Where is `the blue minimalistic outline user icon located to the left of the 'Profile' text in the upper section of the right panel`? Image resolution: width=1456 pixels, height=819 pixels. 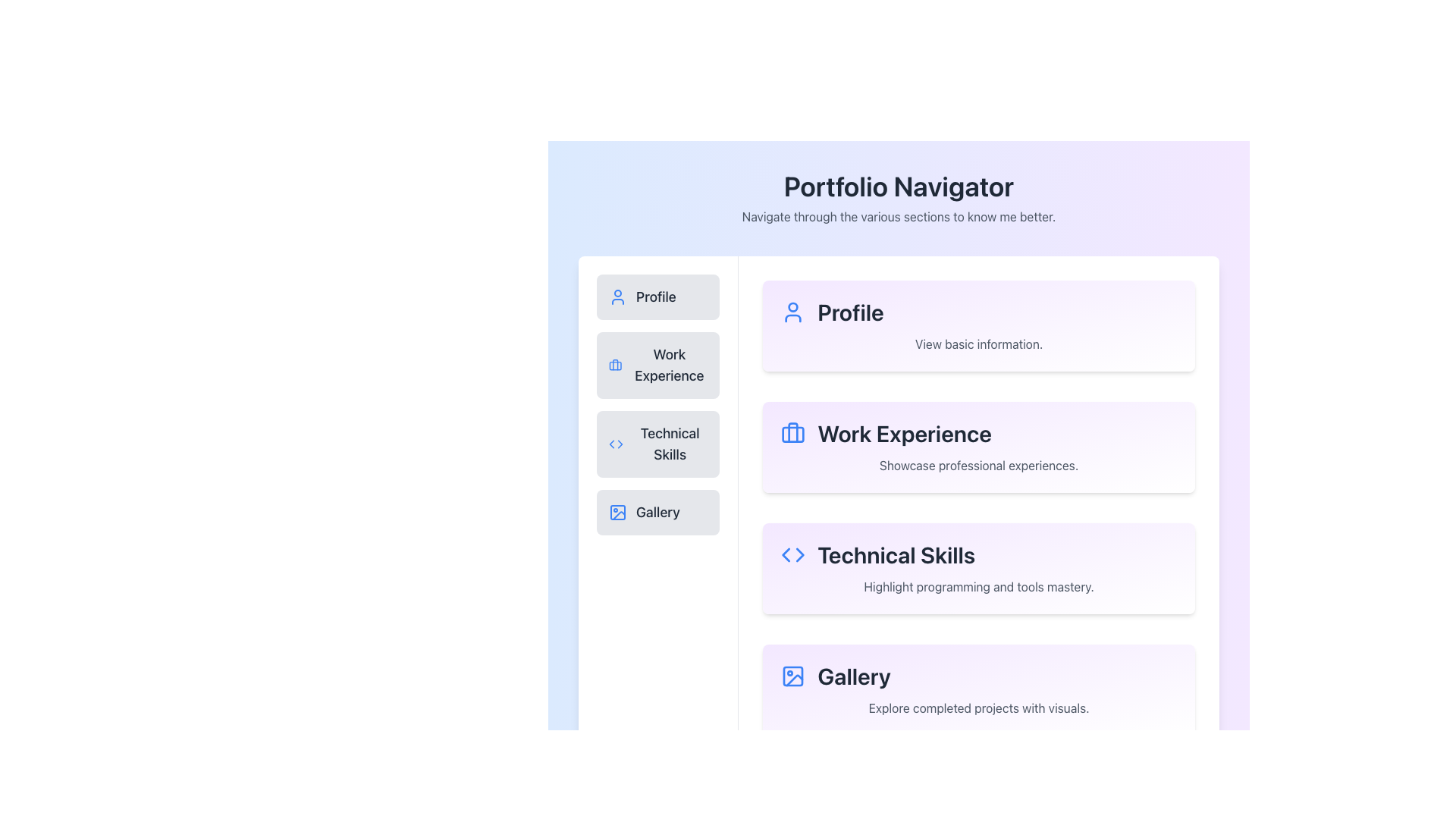 the blue minimalistic outline user icon located to the left of the 'Profile' text in the upper section of the right panel is located at coordinates (792, 312).